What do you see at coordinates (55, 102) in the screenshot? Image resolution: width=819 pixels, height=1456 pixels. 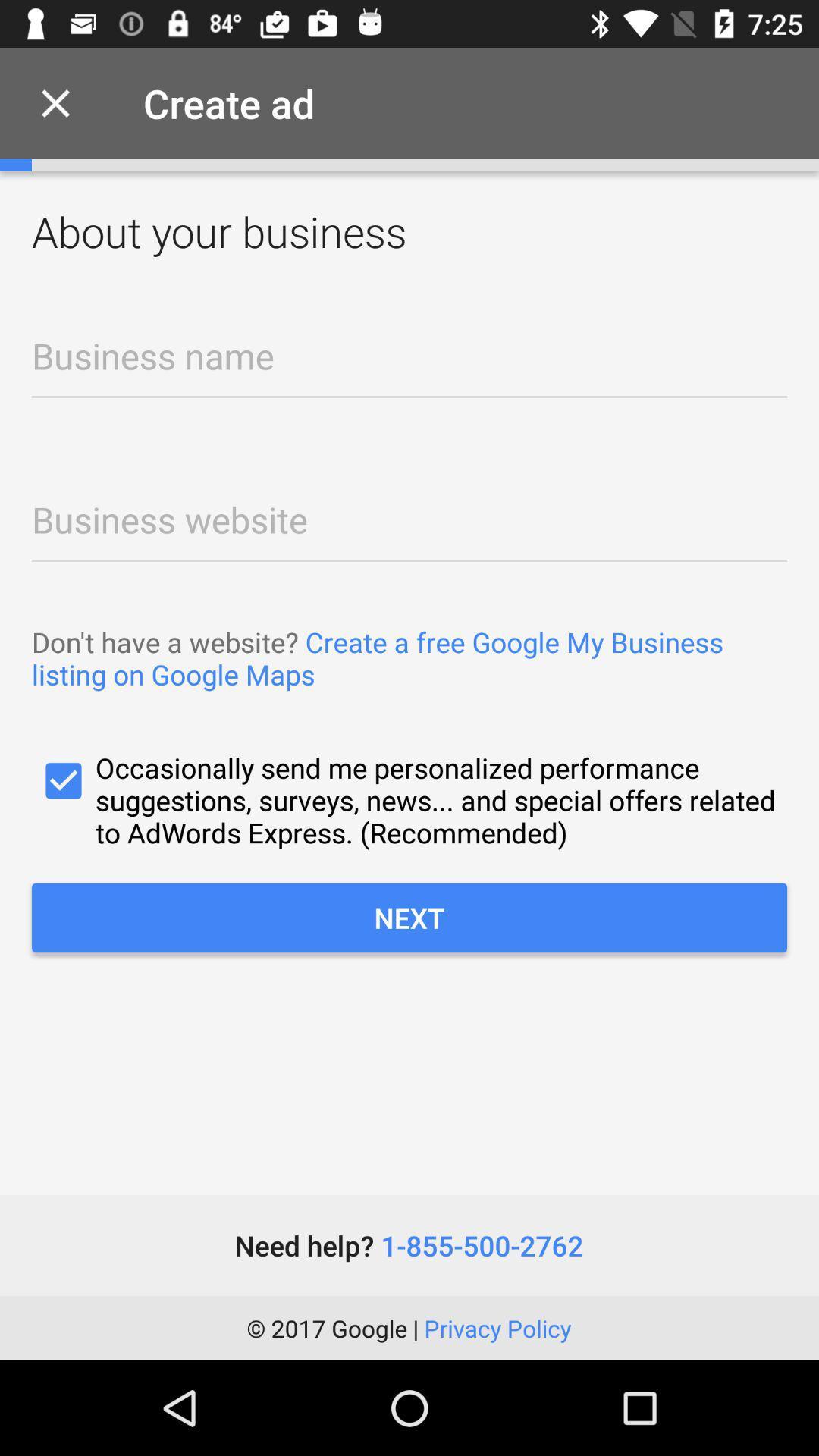 I see `item next to create ad item` at bounding box center [55, 102].